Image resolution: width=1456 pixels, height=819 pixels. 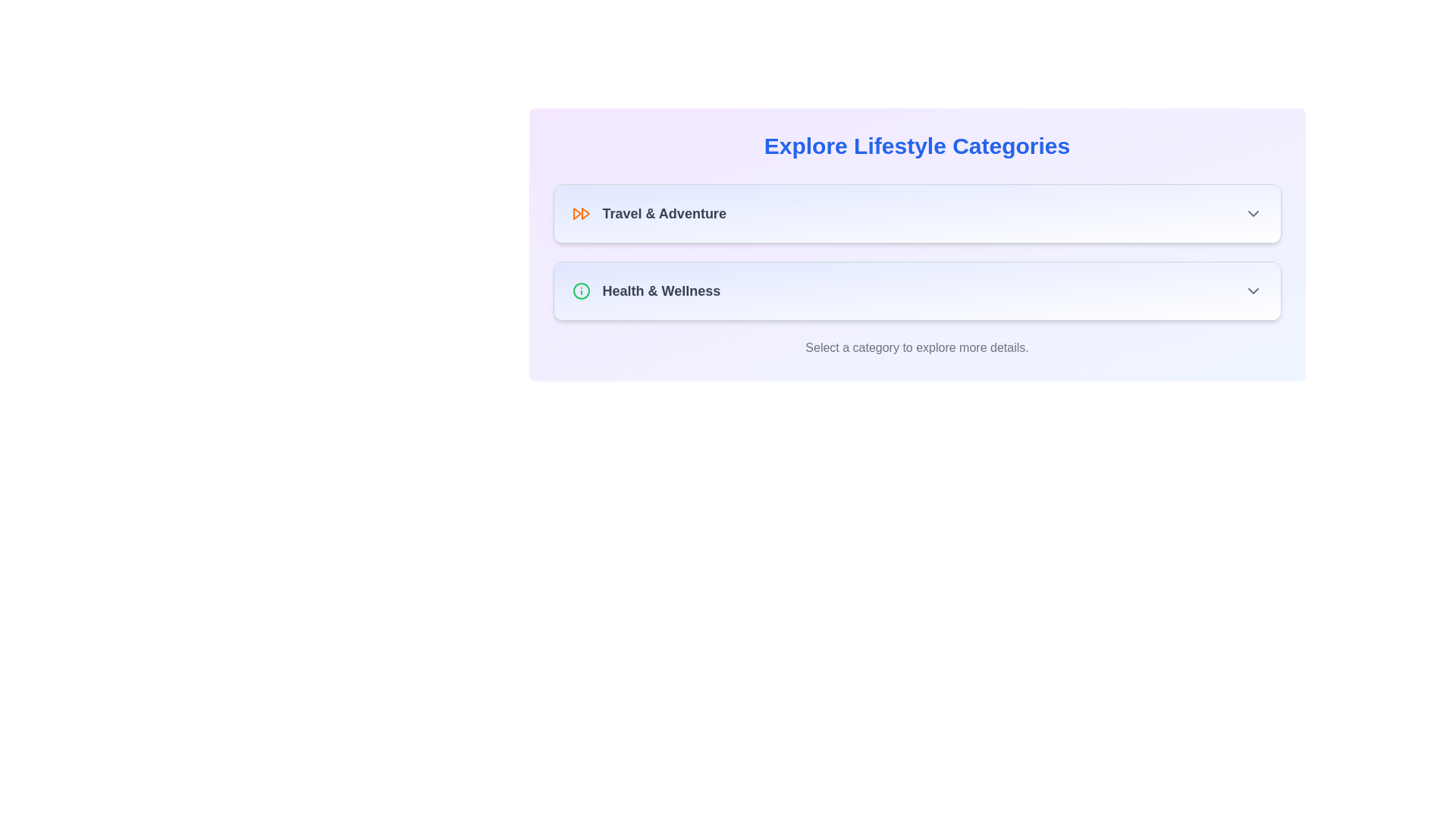 I want to click on the downwards-facing chevron symbol, styled gray, located at the rightmost end of the 'Travel & Adventure' bar, so click(x=1253, y=213).